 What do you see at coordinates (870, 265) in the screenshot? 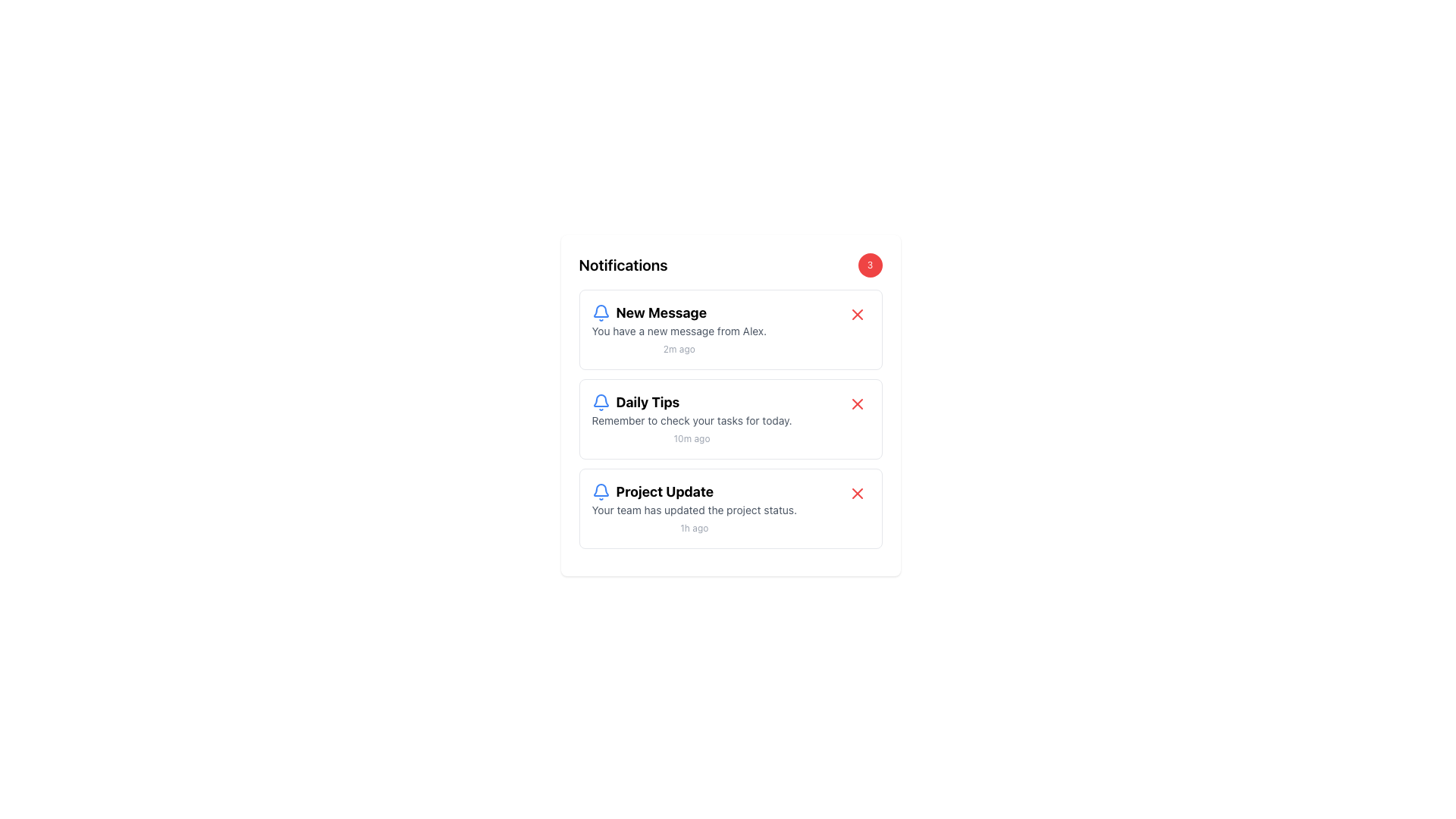
I see `the badge displaying the count of unread or pending notifications located to the right of the 'Notifications' header text in the notifications section` at bounding box center [870, 265].